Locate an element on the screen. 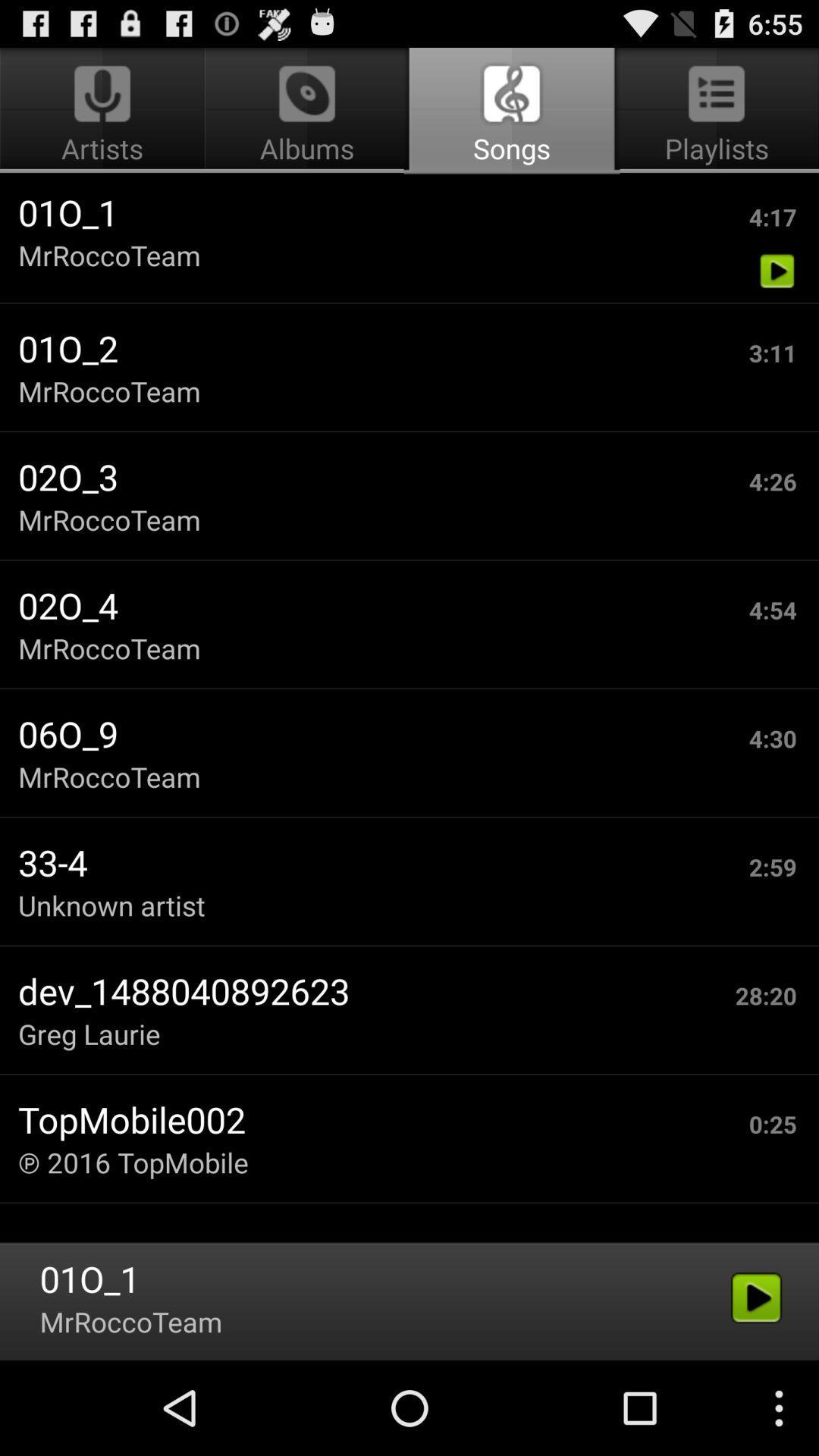  the songs is located at coordinates (512, 111).